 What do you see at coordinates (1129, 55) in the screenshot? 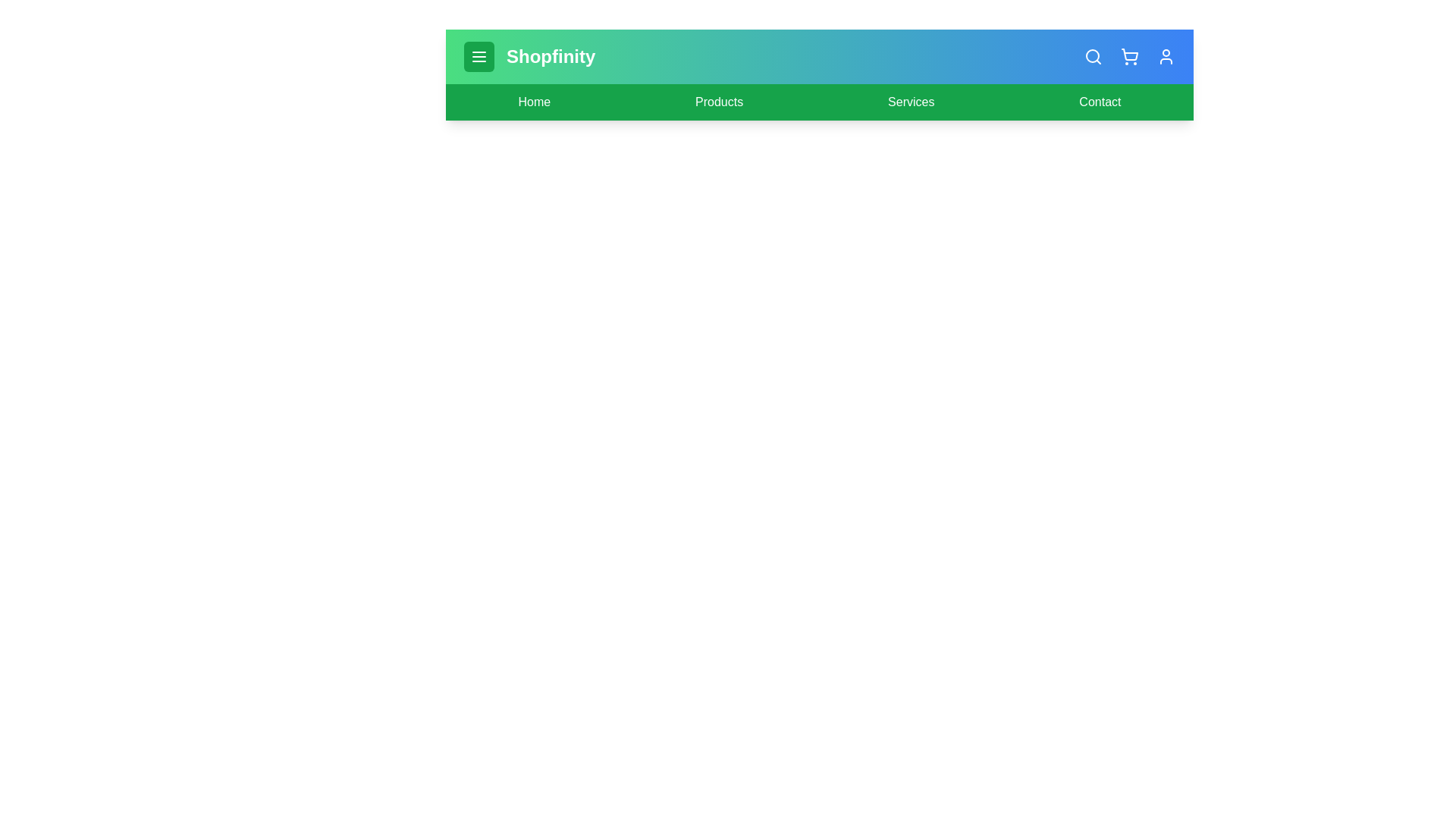
I see `the shopping cart icon to view the cart` at bounding box center [1129, 55].